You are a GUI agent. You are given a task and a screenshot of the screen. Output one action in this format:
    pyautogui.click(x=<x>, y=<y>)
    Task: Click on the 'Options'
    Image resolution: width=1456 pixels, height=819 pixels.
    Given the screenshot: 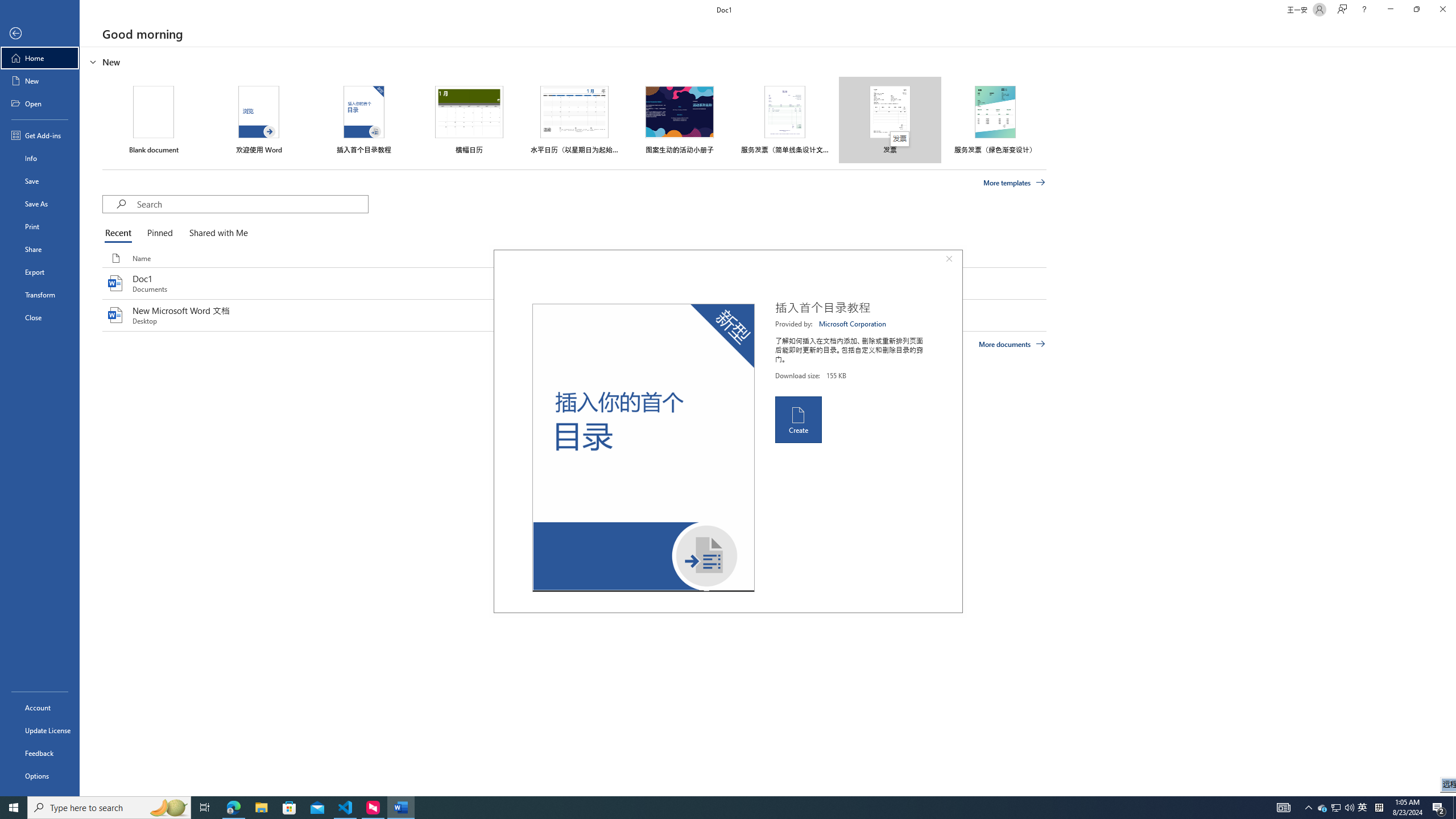 What is the action you would take?
    pyautogui.click(x=39, y=775)
    